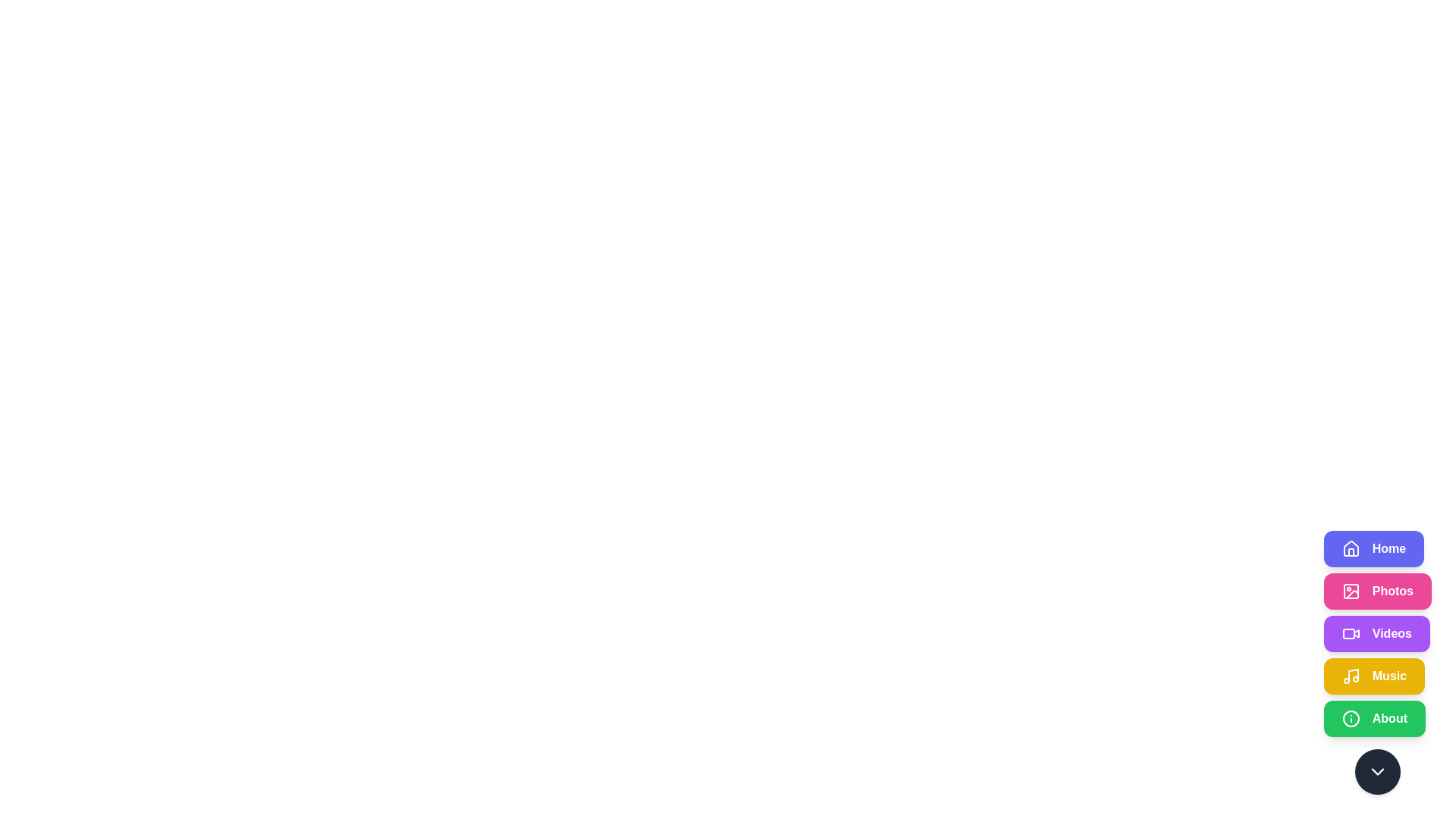 This screenshot has width=1456, height=819. Describe the element at coordinates (1376, 772) in the screenshot. I see `toggle button at the bottom-right corner to expand or collapse the navigation menu` at that location.